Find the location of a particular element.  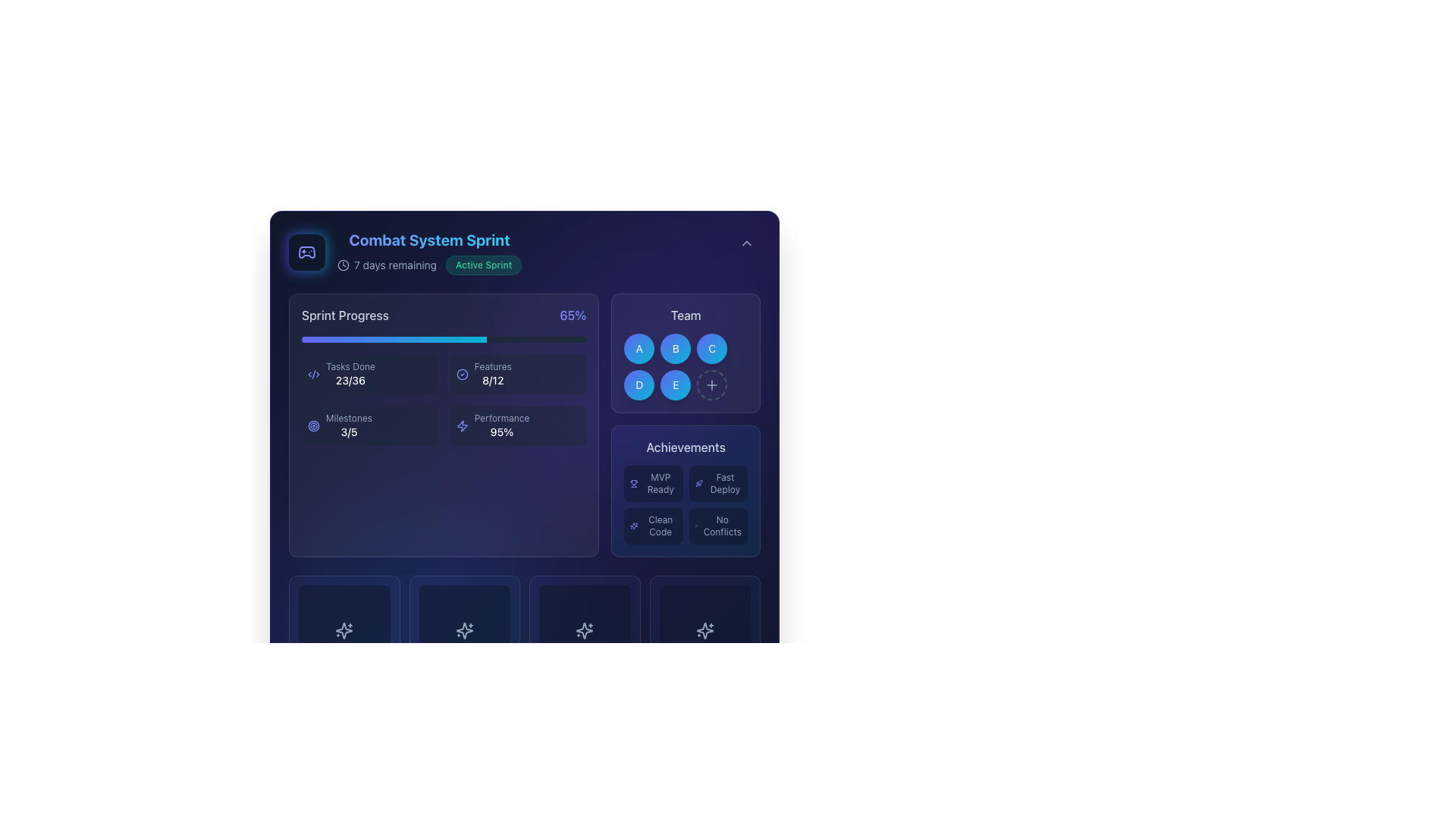

the button labeled 'B' in the 'Team' group, which is the second button in a row of five buttons is located at coordinates (675, 348).